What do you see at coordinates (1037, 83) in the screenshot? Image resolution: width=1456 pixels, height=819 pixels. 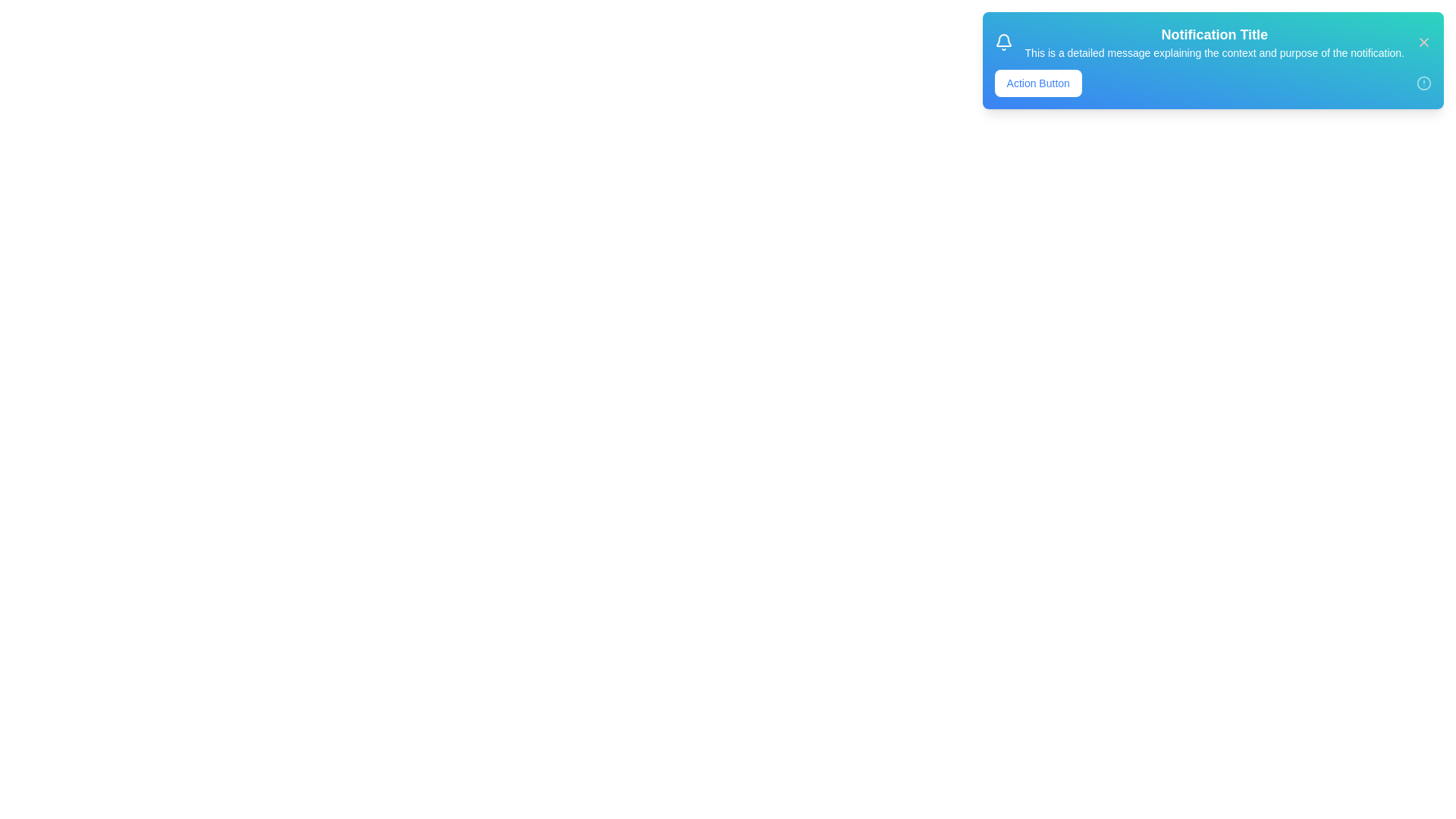 I see `the 'Action Button' to trigger the main action` at bounding box center [1037, 83].